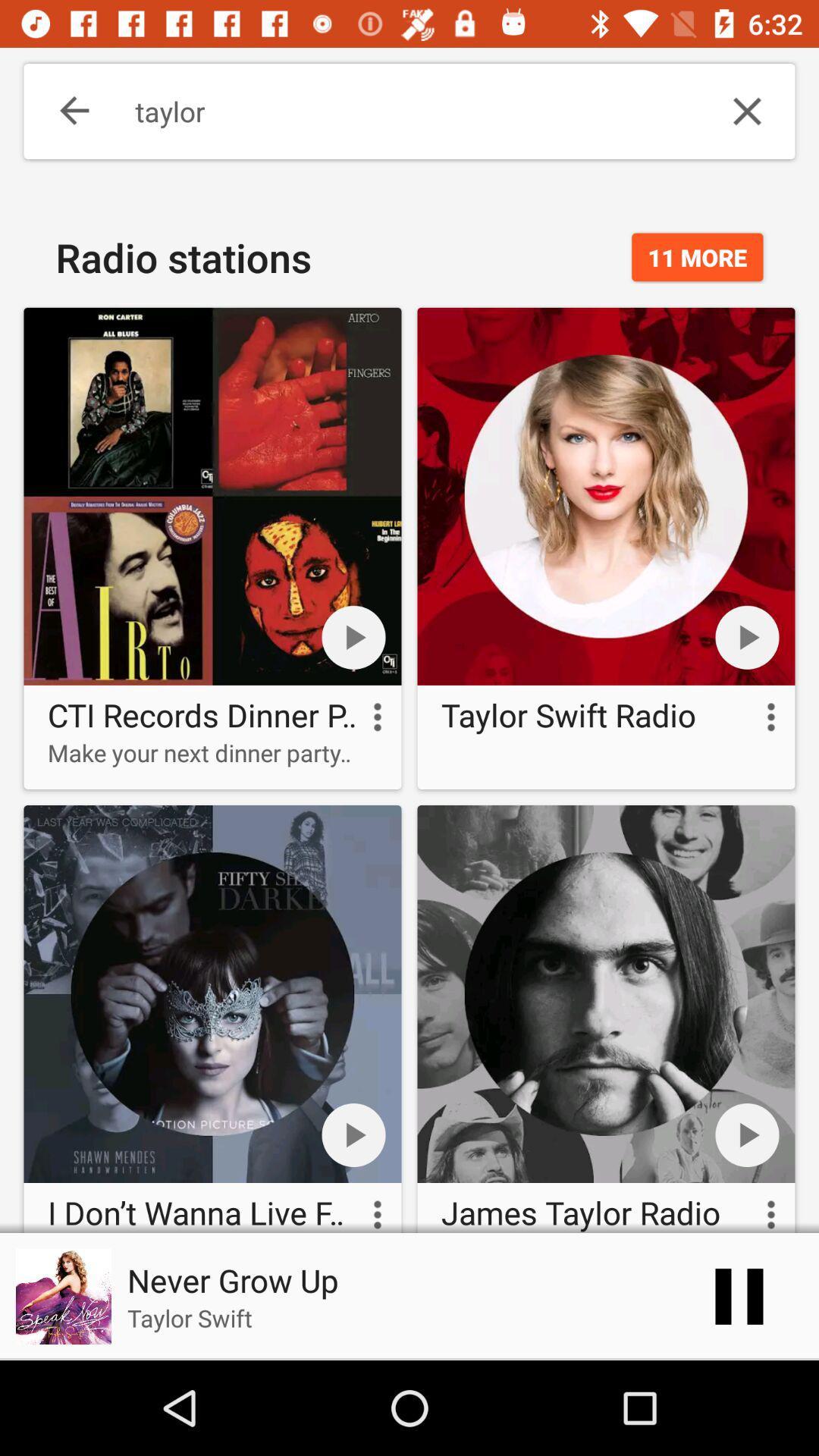 The width and height of the screenshot is (819, 1456). What do you see at coordinates (739, 1295) in the screenshot?
I see `the pause button at right most bottom of the page` at bounding box center [739, 1295].